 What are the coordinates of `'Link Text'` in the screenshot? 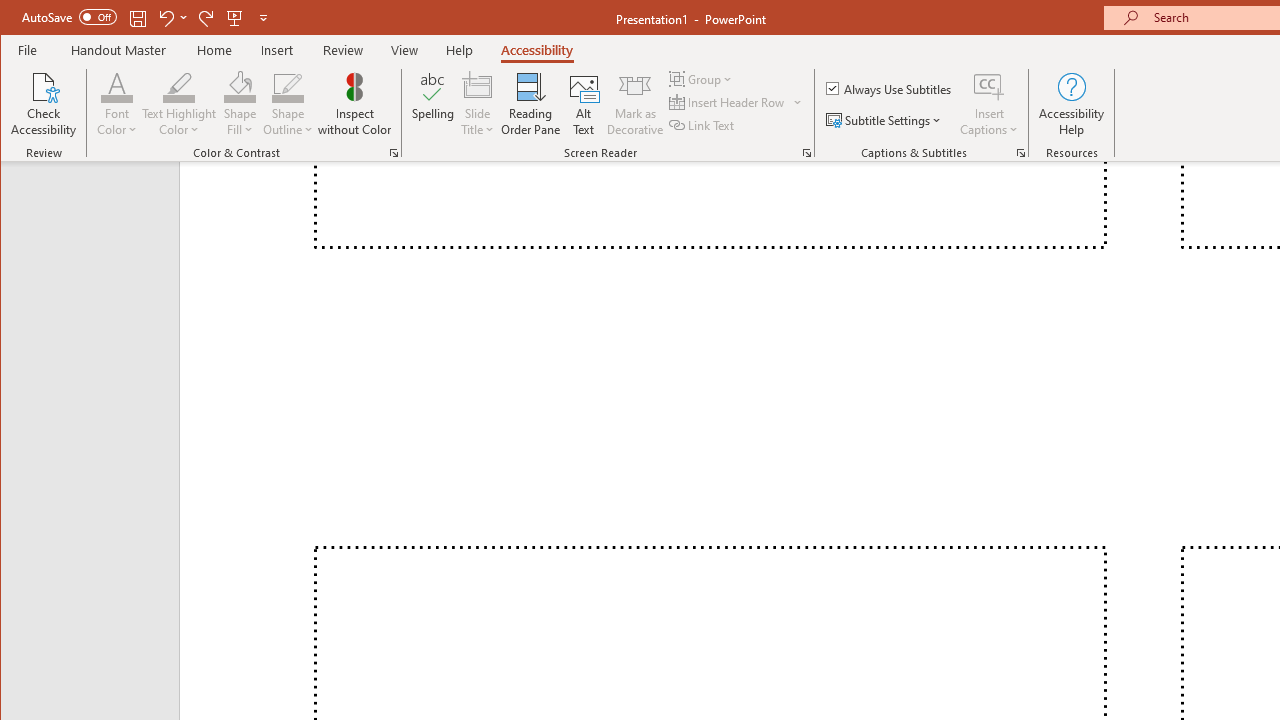 It's located at (703, 125).